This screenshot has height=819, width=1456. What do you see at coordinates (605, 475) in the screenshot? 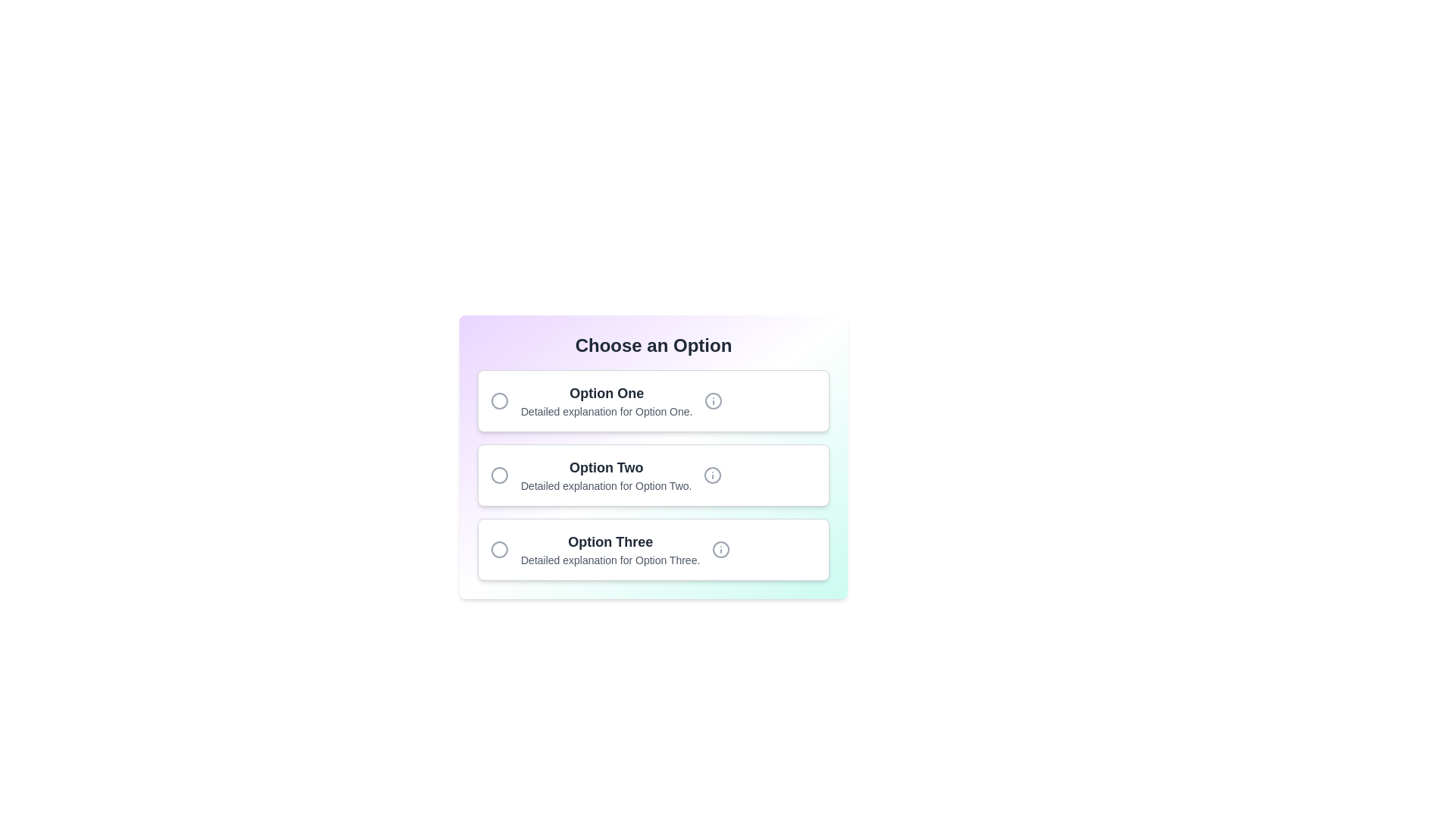
I see `the static content element displaying 'Option Two' with its description 'Detailed explanation for Option Two'` at bounding box center [605, 475].